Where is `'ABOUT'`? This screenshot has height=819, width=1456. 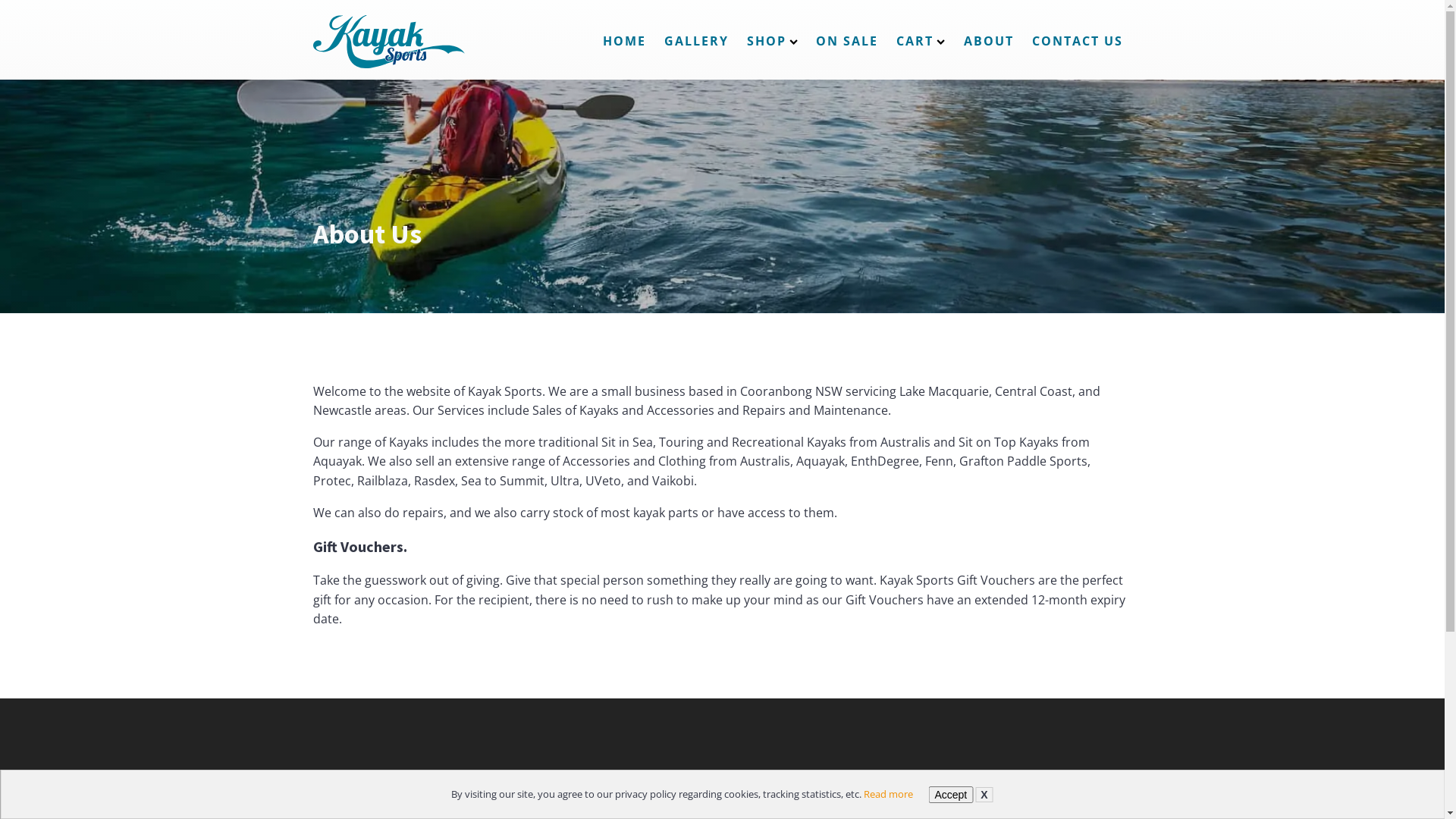 'ABOUT' is located at coordinates (987, 40).